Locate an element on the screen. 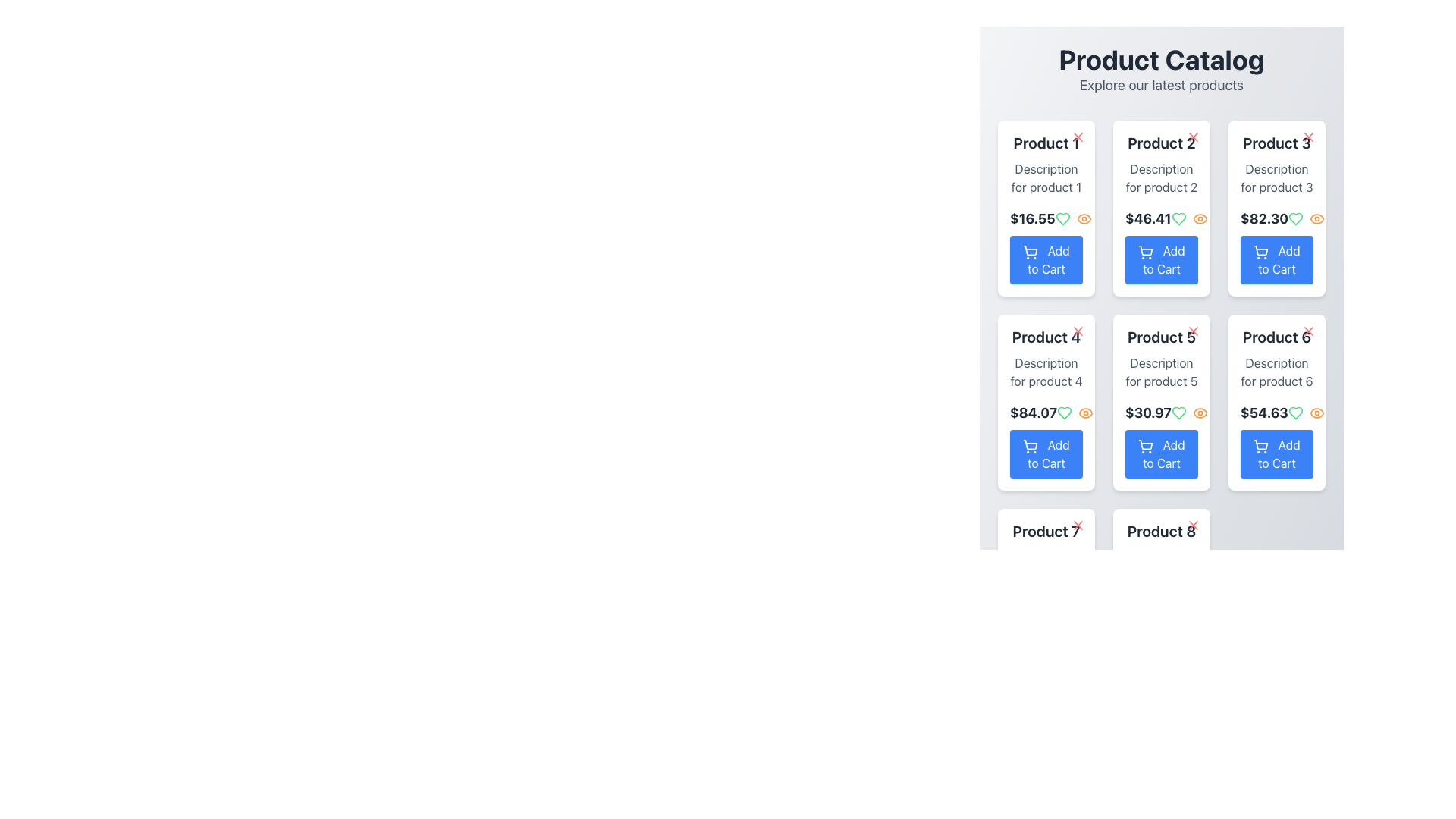 This screenshot has width=1456, height=819. price text displayed for 'Product 5', which is located below its description and above the 'Add to Cart' button within the product card is located at coordinates (1160, 413).